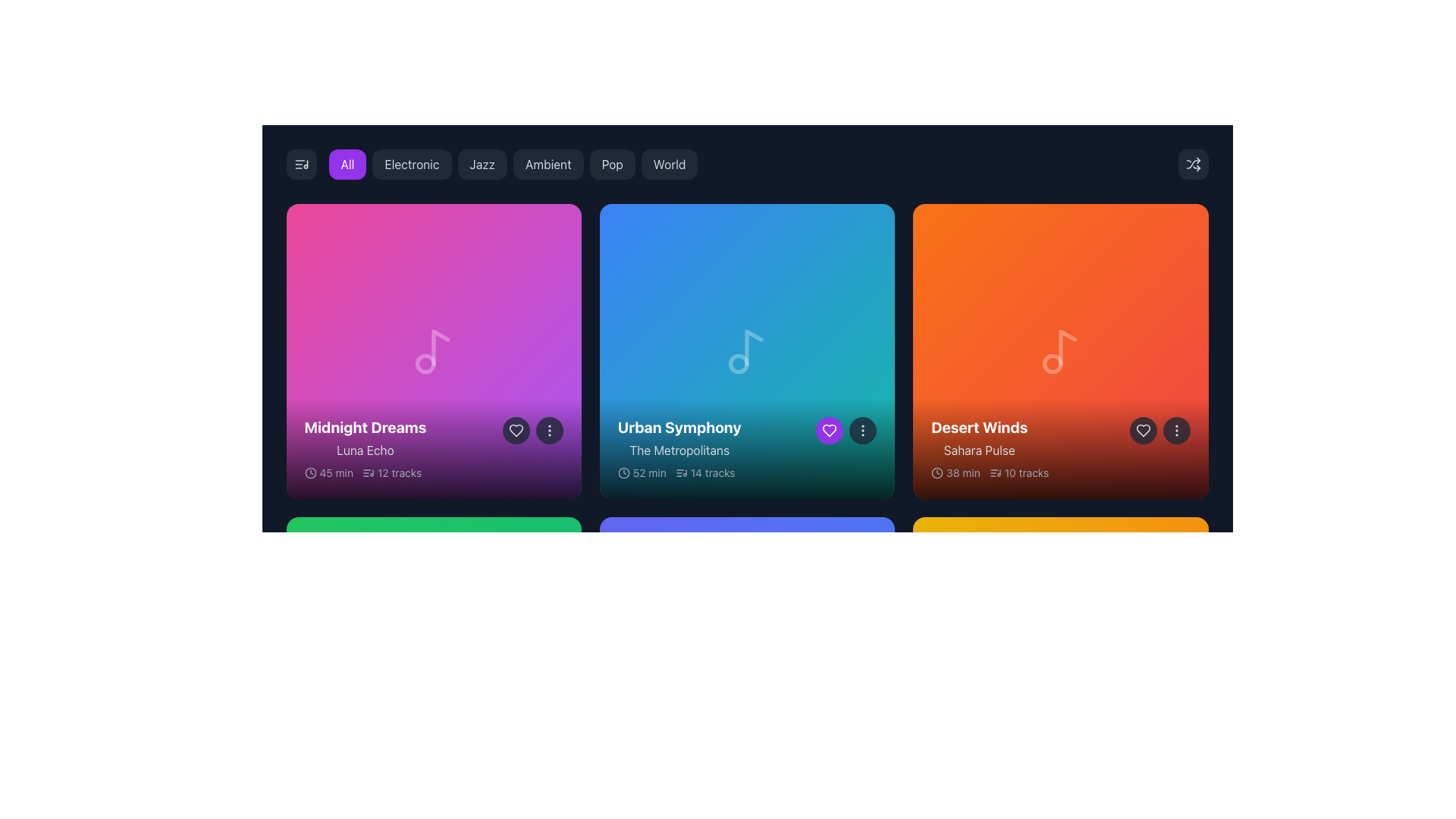 The height and width of the screenshot is (819, 1456). Describe the element at coordinates (1175, 431) in the screenshot. I see `the circular button with three vertically arranged dots in the 'Desert Winds' section` at that location.